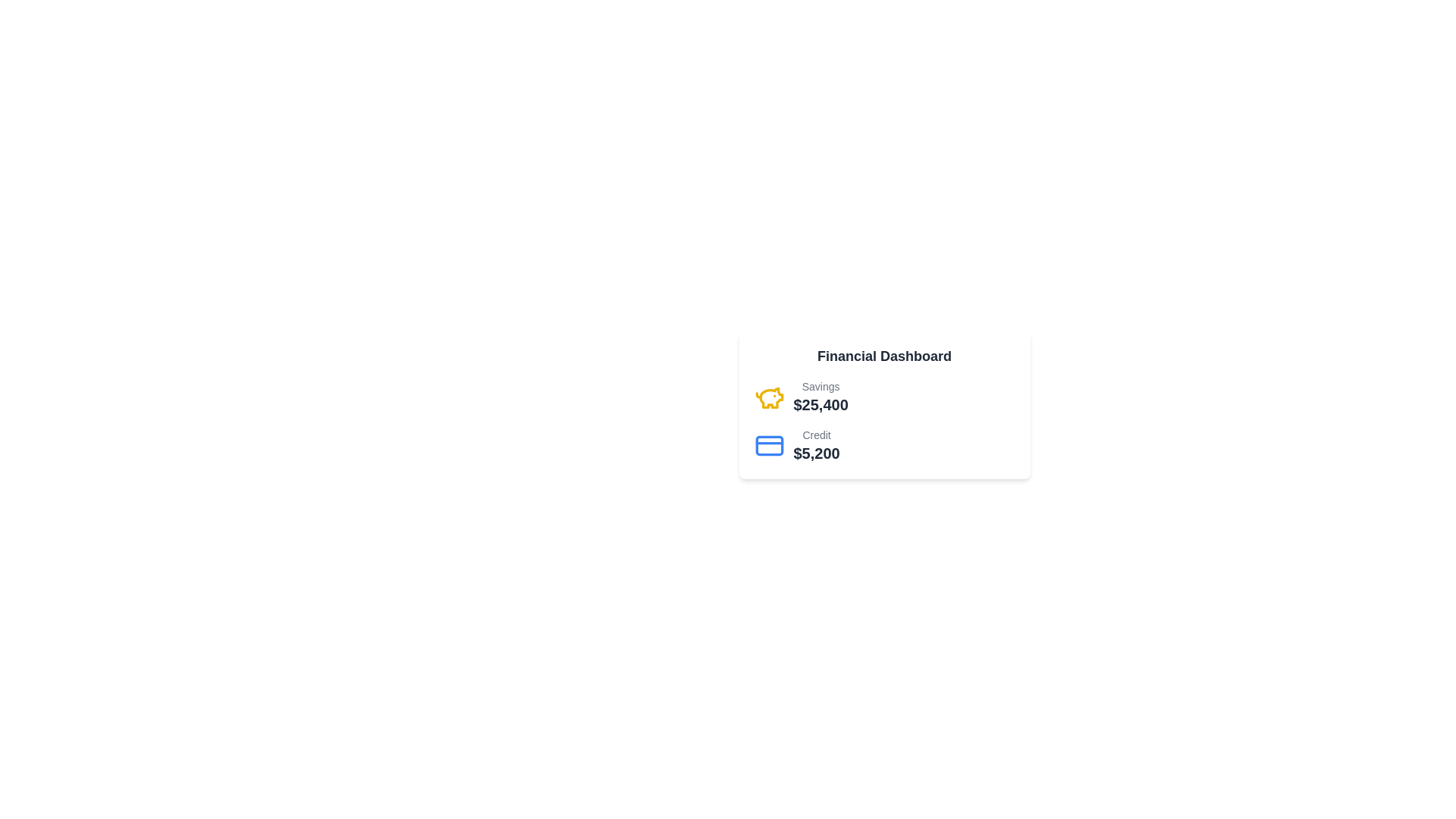 This screenshot has width=1456, height=819. What do you see at coordinates (820, 397) in the screenshot?
I see `the 'Savings' monetary value element displaying '$25,400' in the financial dashboard interface` at bounding box center [820, 397].